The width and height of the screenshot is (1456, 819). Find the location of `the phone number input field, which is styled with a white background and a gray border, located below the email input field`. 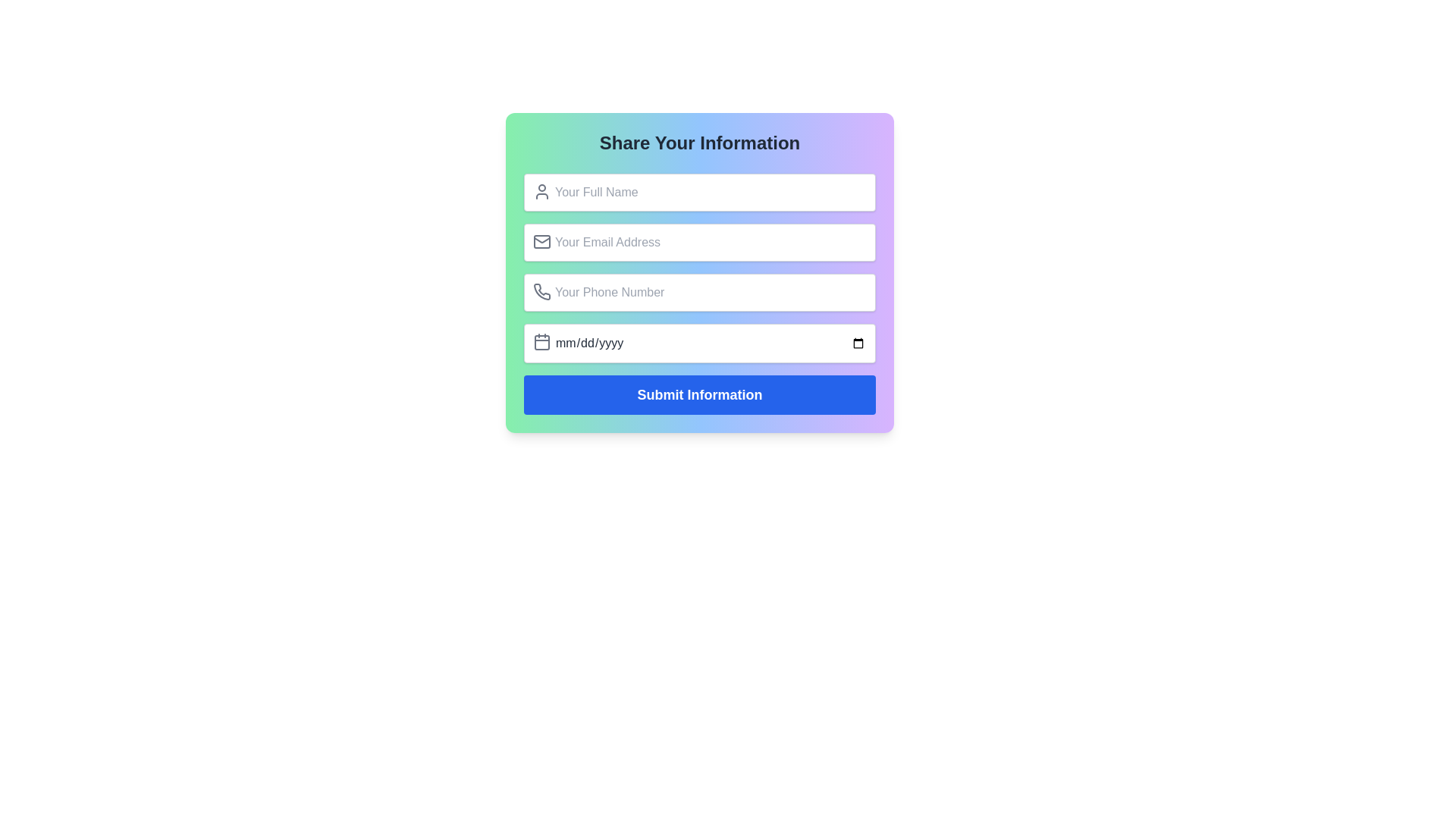

the phone number input field, which is styled with a white background and a gray border, located below the email input field is located at coordinates (698, 292).